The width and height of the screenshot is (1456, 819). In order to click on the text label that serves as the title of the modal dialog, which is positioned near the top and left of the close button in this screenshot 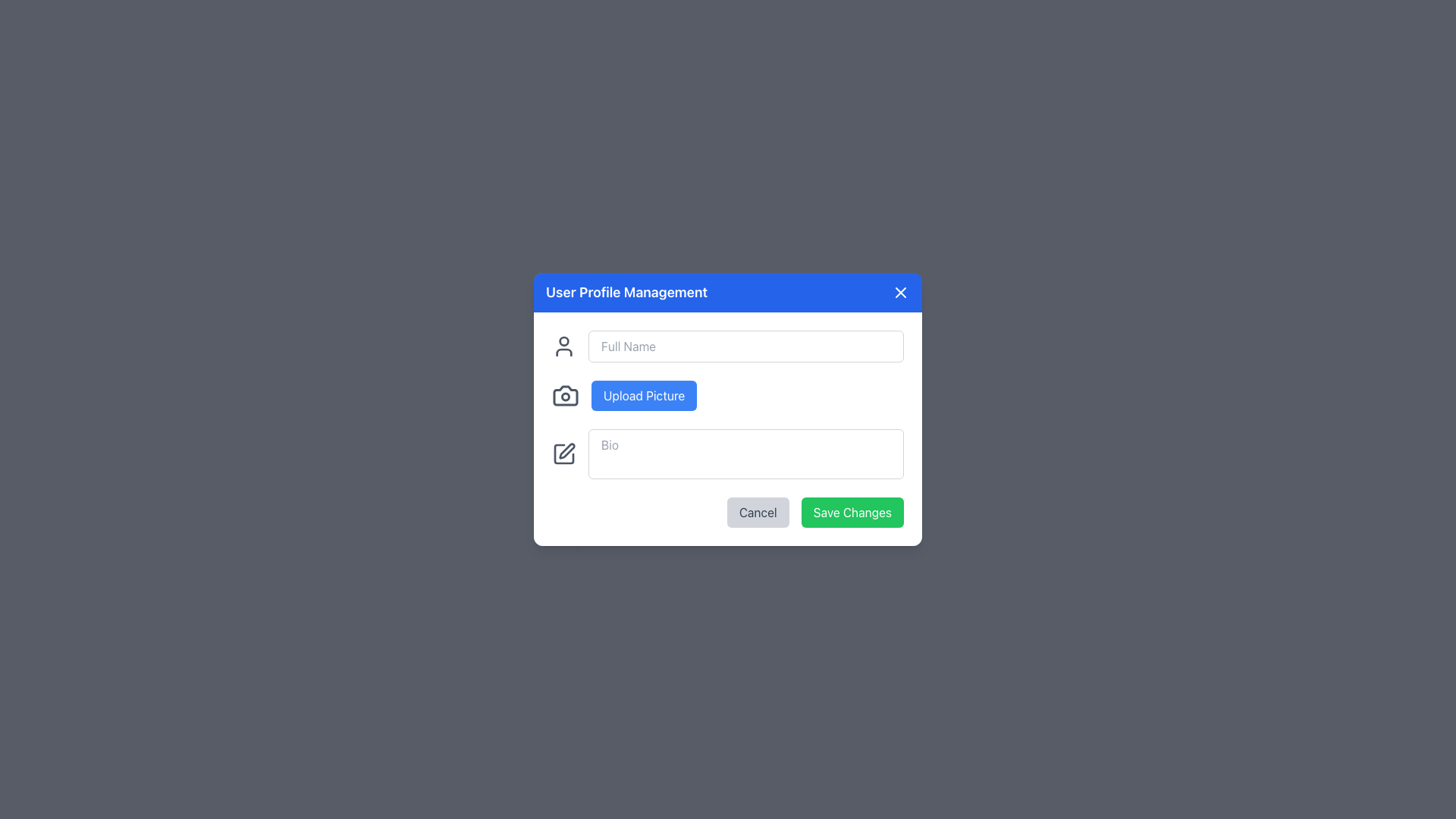, I will do `click(626, 292)`.